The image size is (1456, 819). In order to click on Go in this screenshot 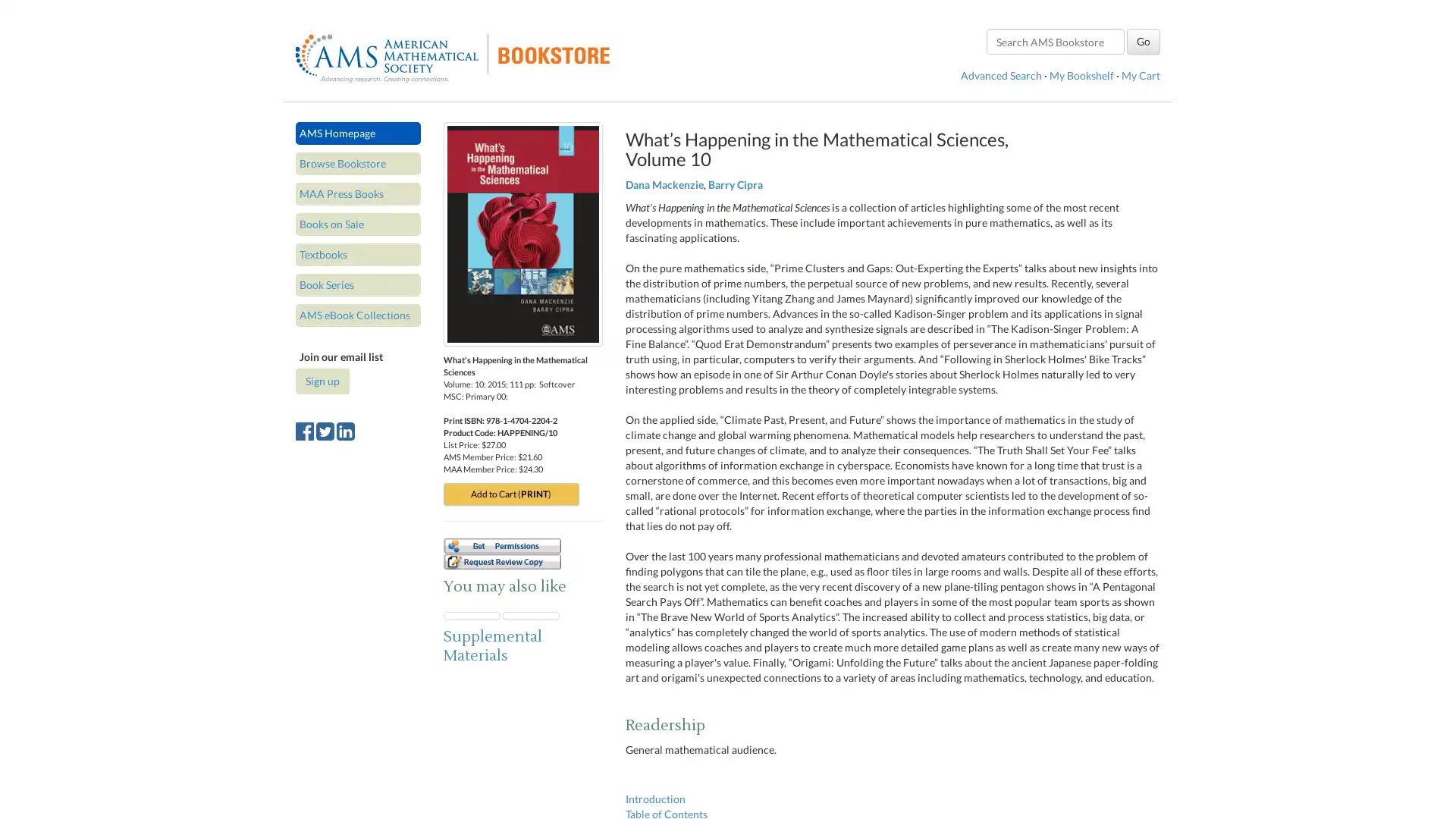, I will do `click(1143, 40)`.